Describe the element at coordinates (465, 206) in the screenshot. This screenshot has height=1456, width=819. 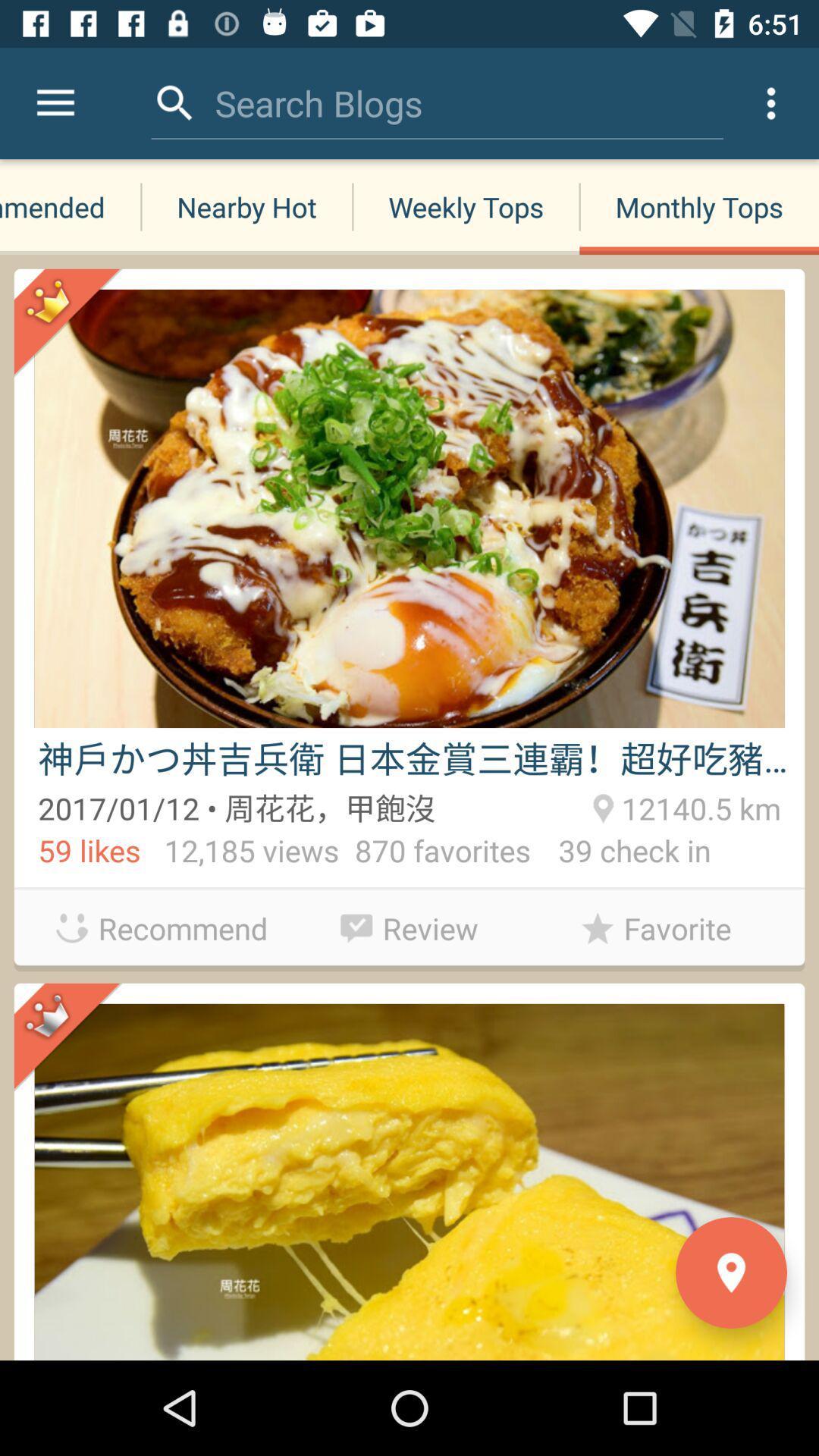
I see `item next to the monthly tops` at that location.